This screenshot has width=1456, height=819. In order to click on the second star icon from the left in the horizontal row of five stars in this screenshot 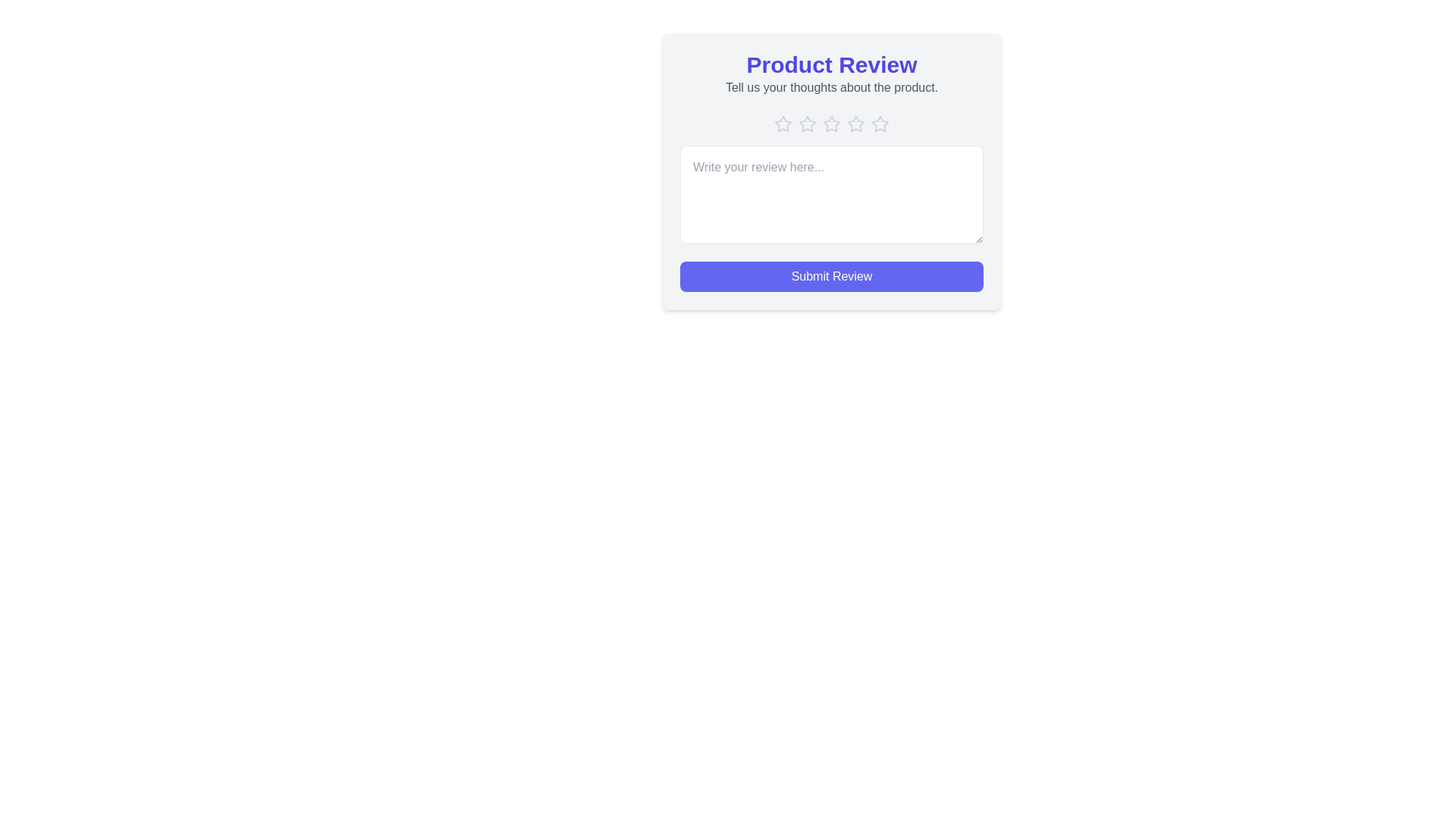, I will do `click(831, 123)`.